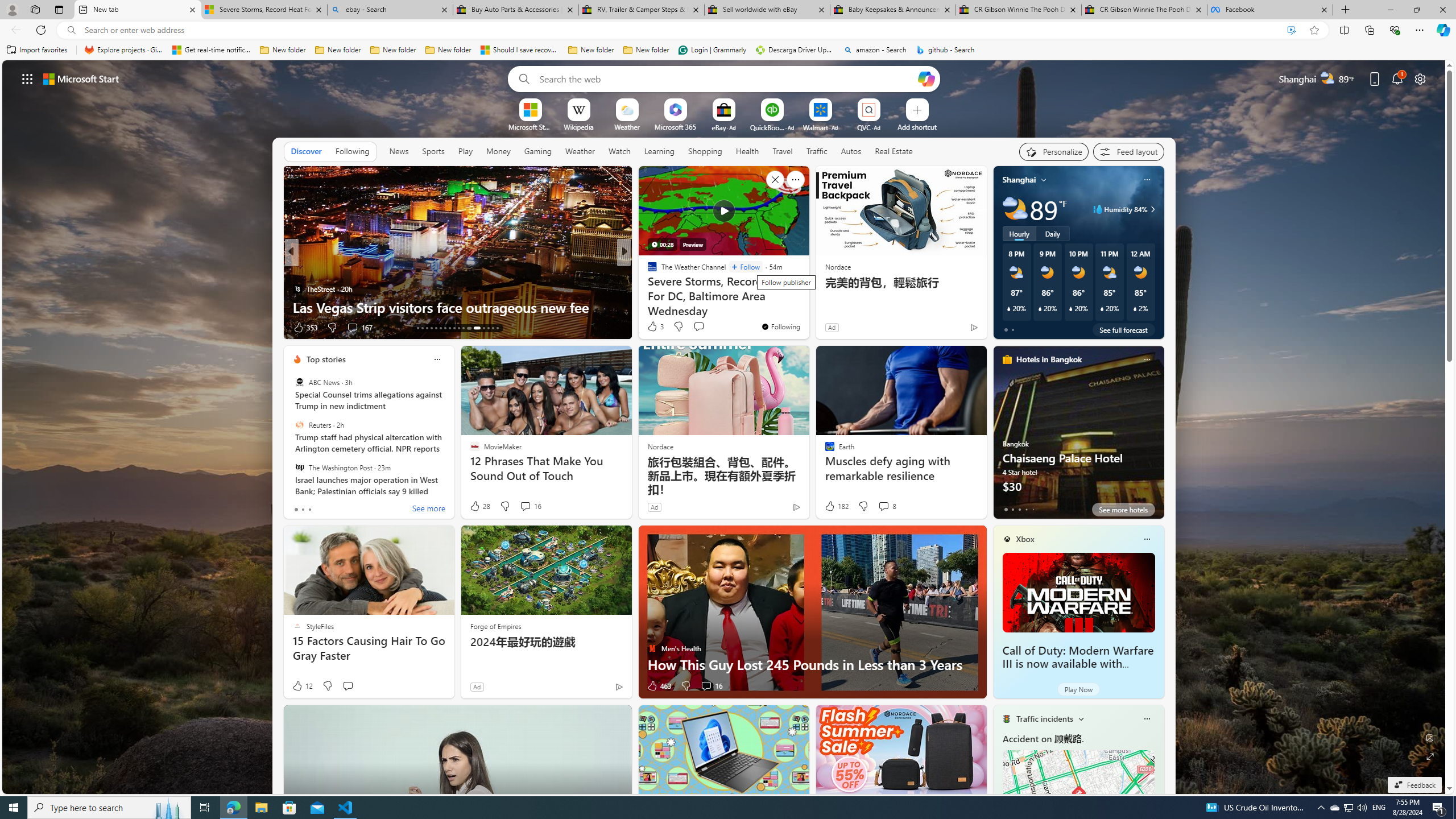 This screenshot has height=819, width=1456. What do you see at coordinates (1152, 209) in the screenshot?
I see `'Class: weather-arrow-glyph'` at bounding box center [1152, 209].